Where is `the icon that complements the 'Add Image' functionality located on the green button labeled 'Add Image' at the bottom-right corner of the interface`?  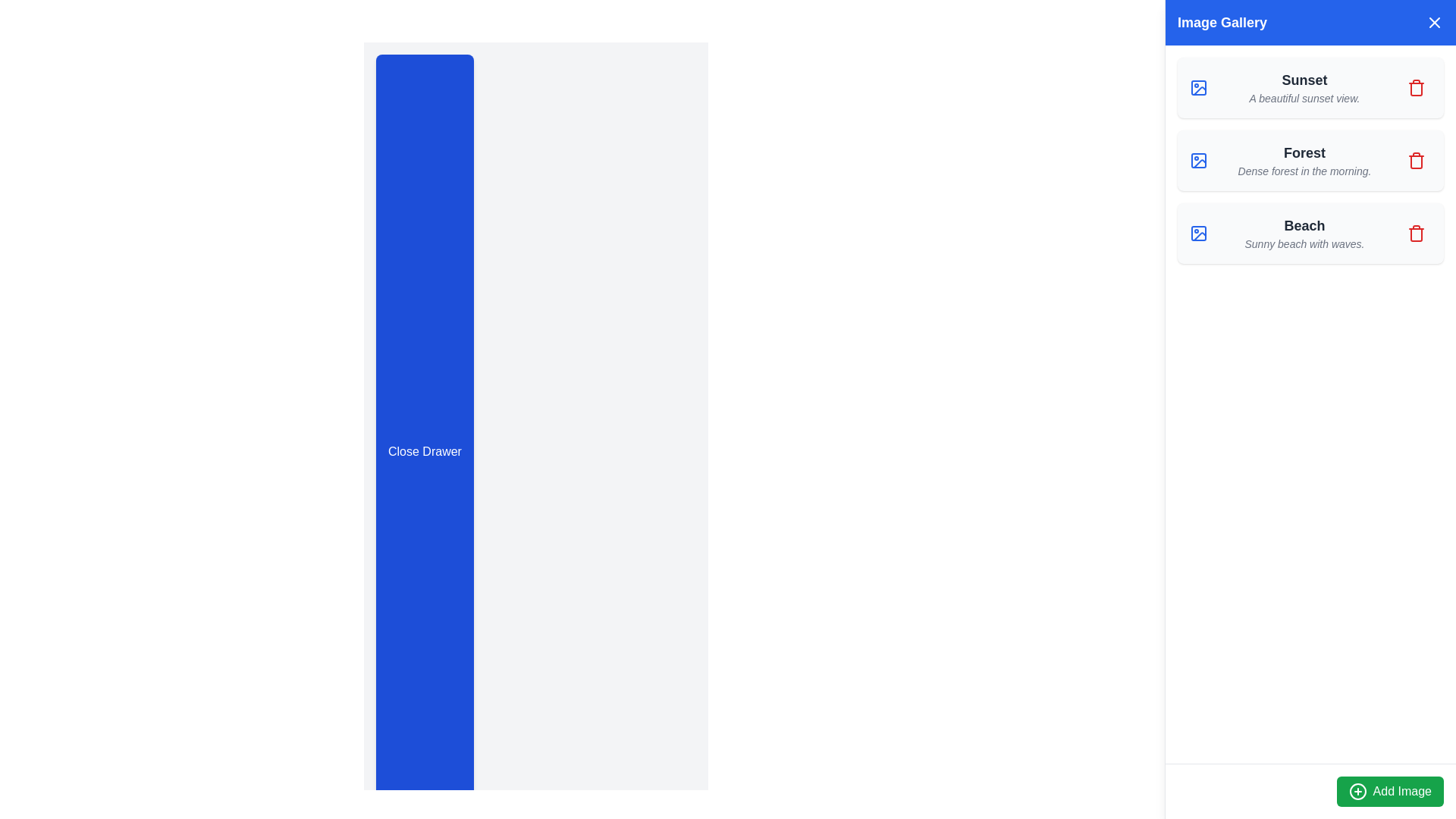
the icon that complements the 'Add Image' functionality located on the green button labeled 'Add Image' at the bottom-right corner of the interface is located at coordinates (1357, 791).